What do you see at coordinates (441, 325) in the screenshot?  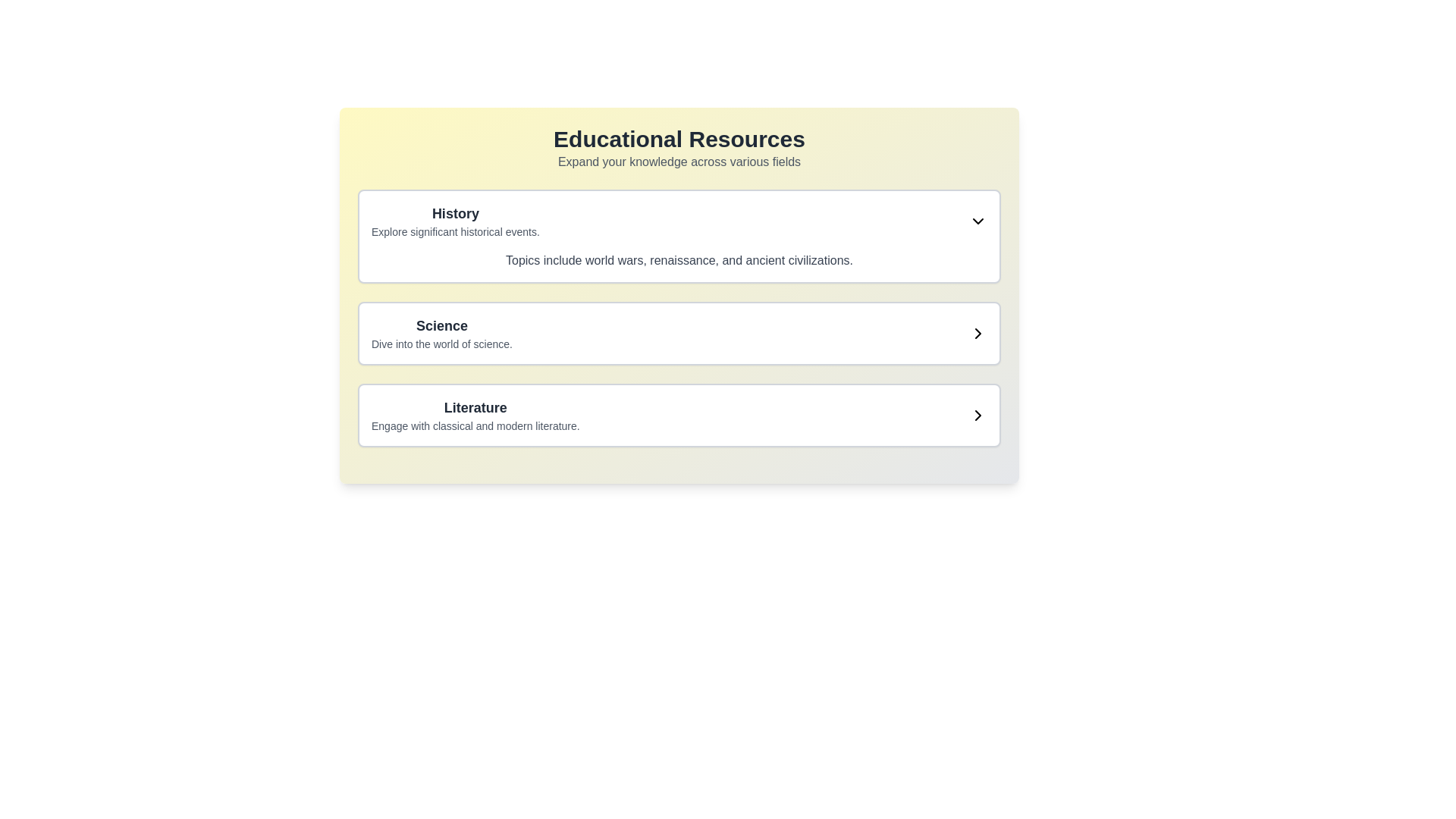 I see `the Text label that serves as a header for its section, located below 'History' and above 'Literature'` at bounding box center [441, 325].